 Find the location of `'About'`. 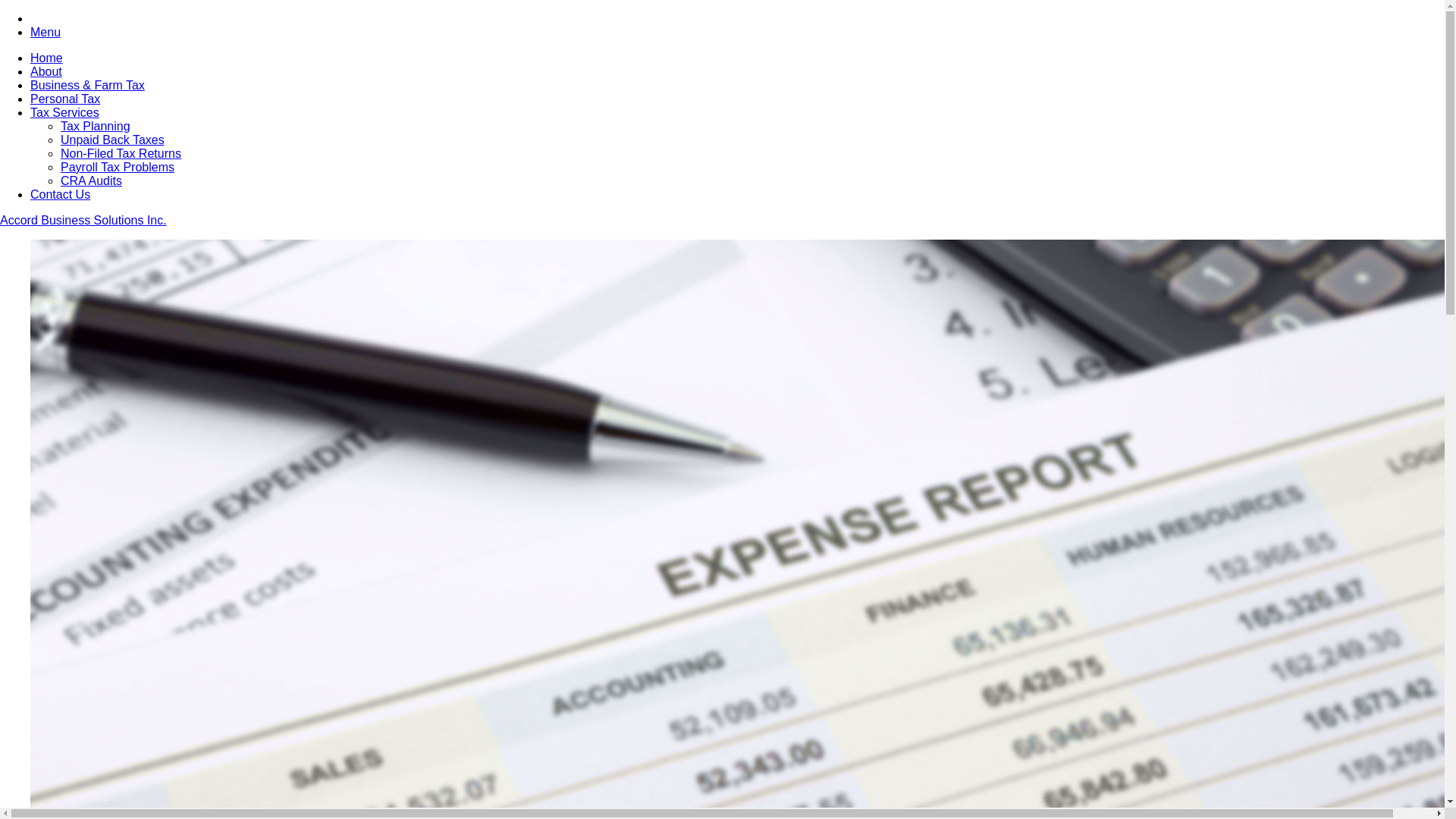

'About' is located at coordinates (46, 71).